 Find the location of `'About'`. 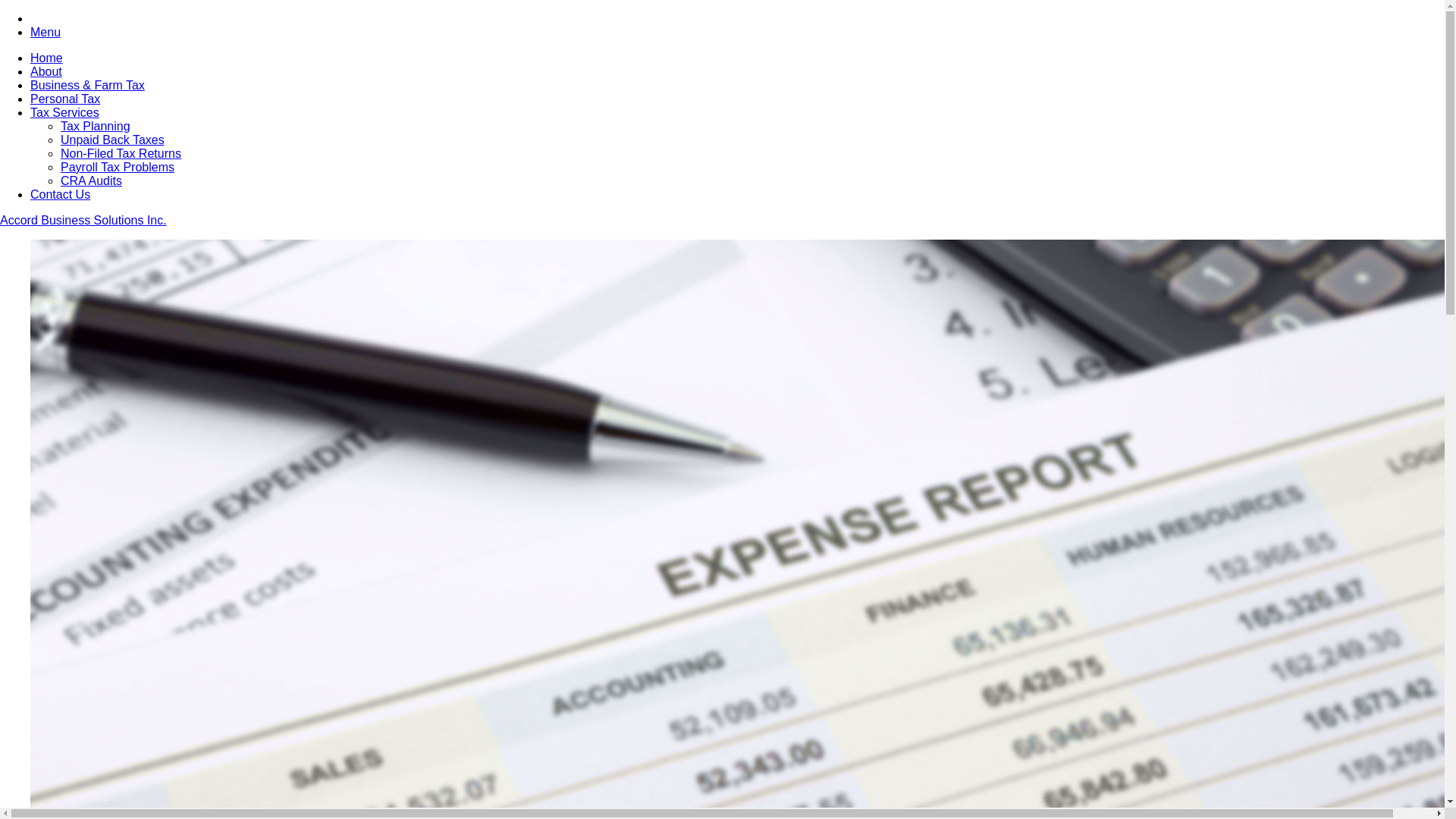

'About' is located at coordinates (46, 71).